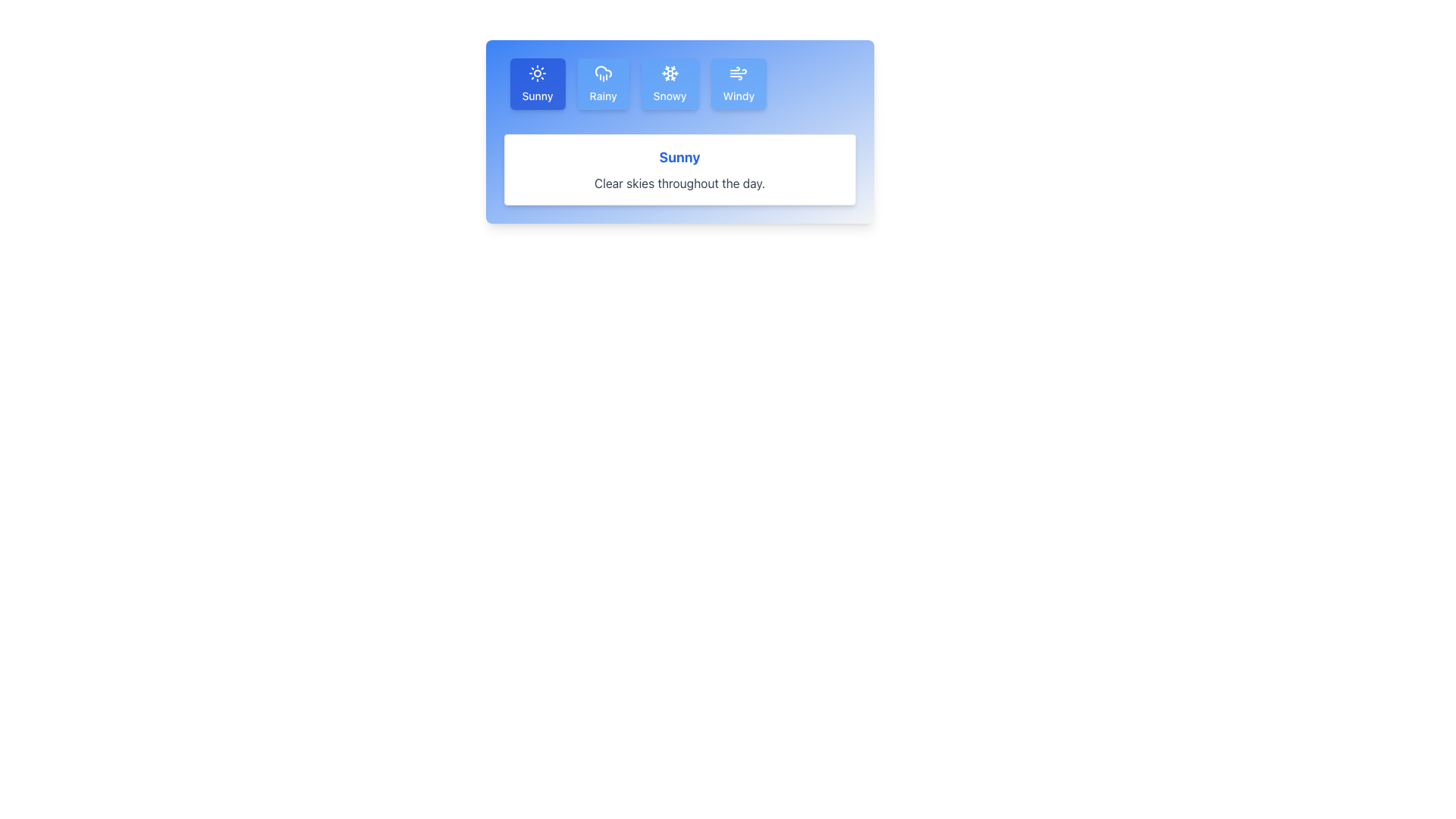 This screenshot has height=819, width=1456. I want to click on the weather condition text label that displays 'Sunny', which is located within a white box with rounded edges, so click(679, 158).